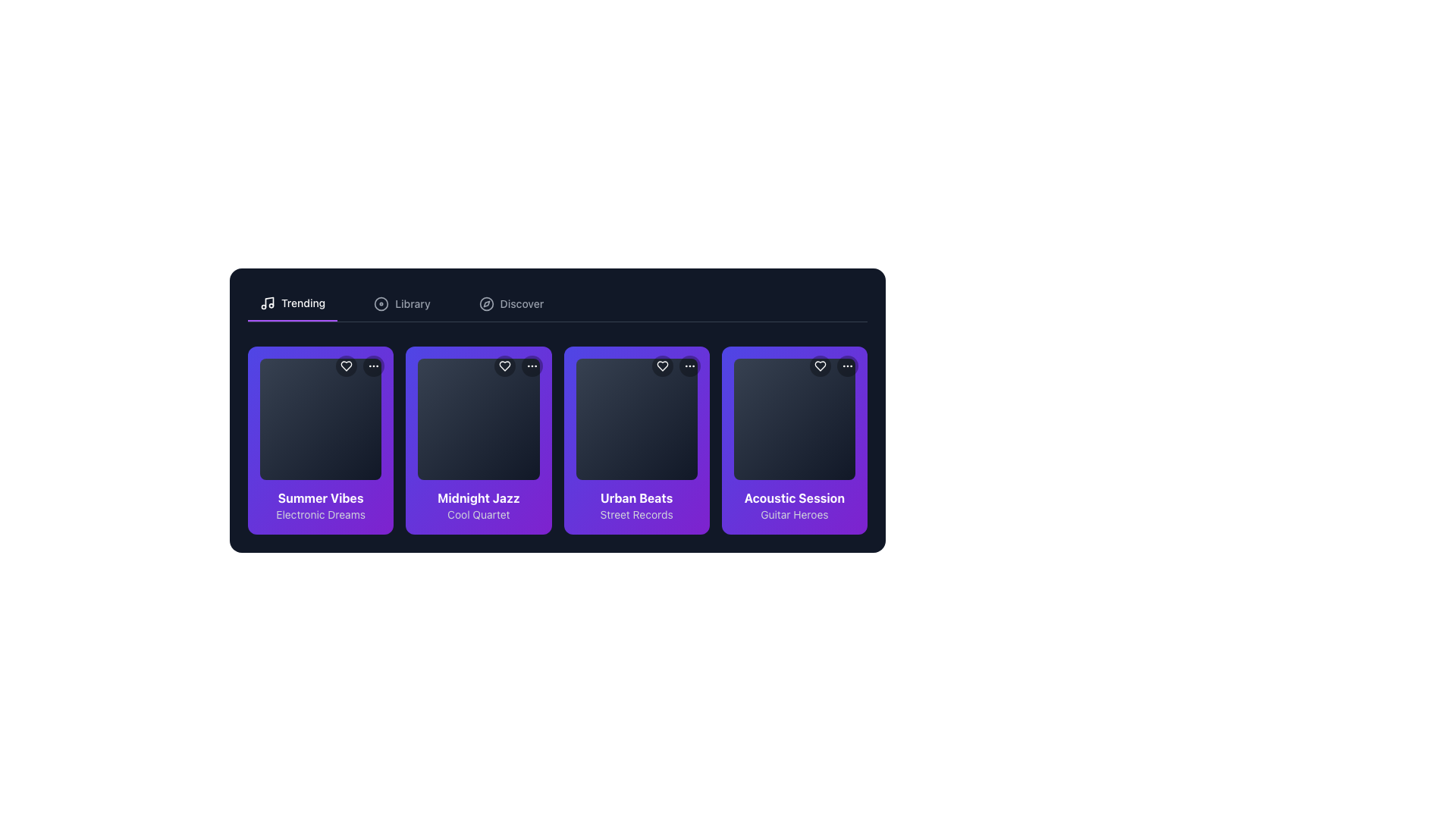 The height and width of the screenshot is (819, 1456). Describe the element at coordinates (847, 366) in the screenshot. I see `the ellipsis icon button located in the top-right section of the 'Acoustic Session' card` at that location.